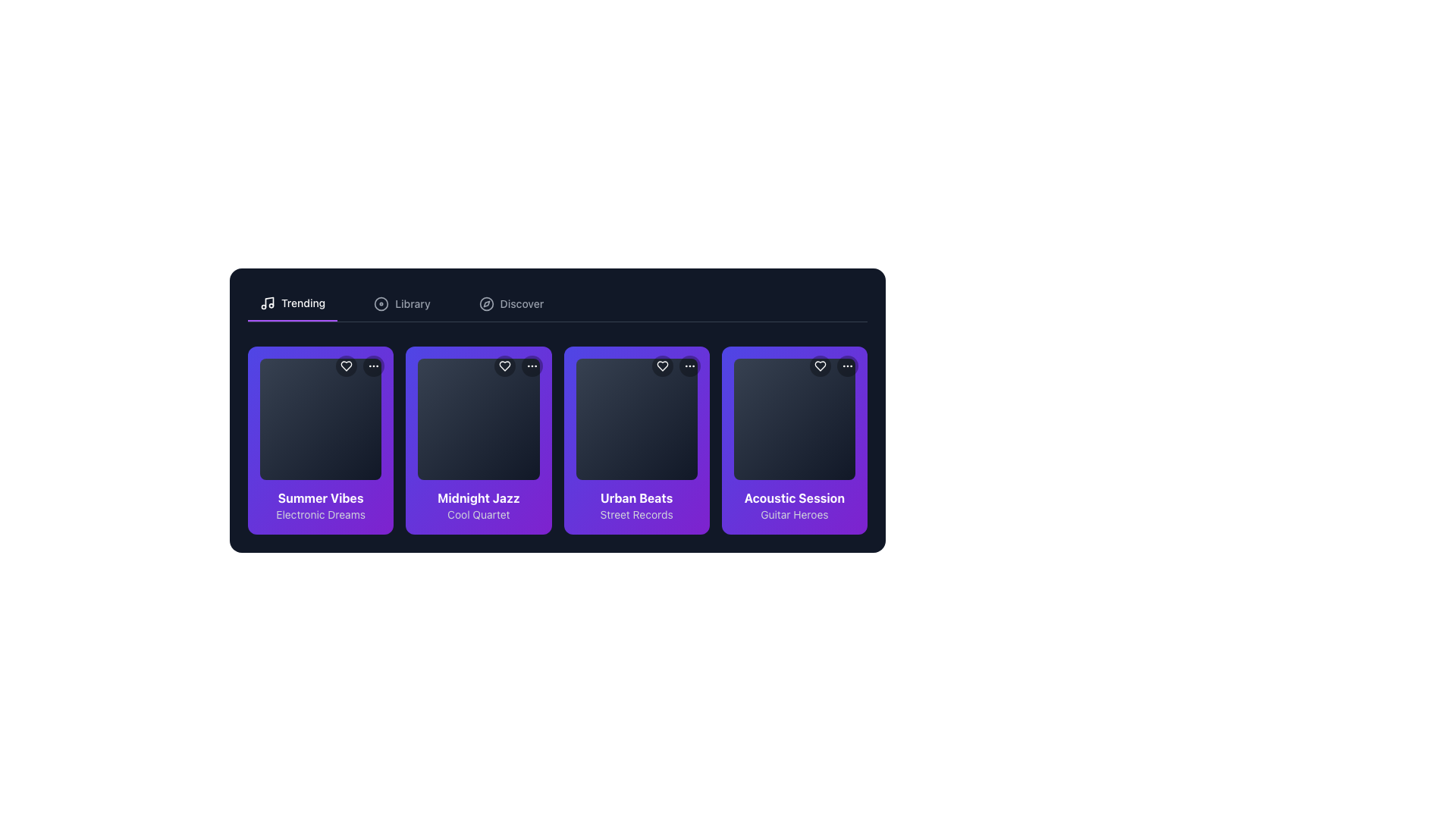 The height and width of the screenshot is (819, 1456). Describe the element at coordinates (847, 366) in the screenshot. I see `the ellipsis icon button located in the top-right section of the 'Acoustic Session' card` at that location.